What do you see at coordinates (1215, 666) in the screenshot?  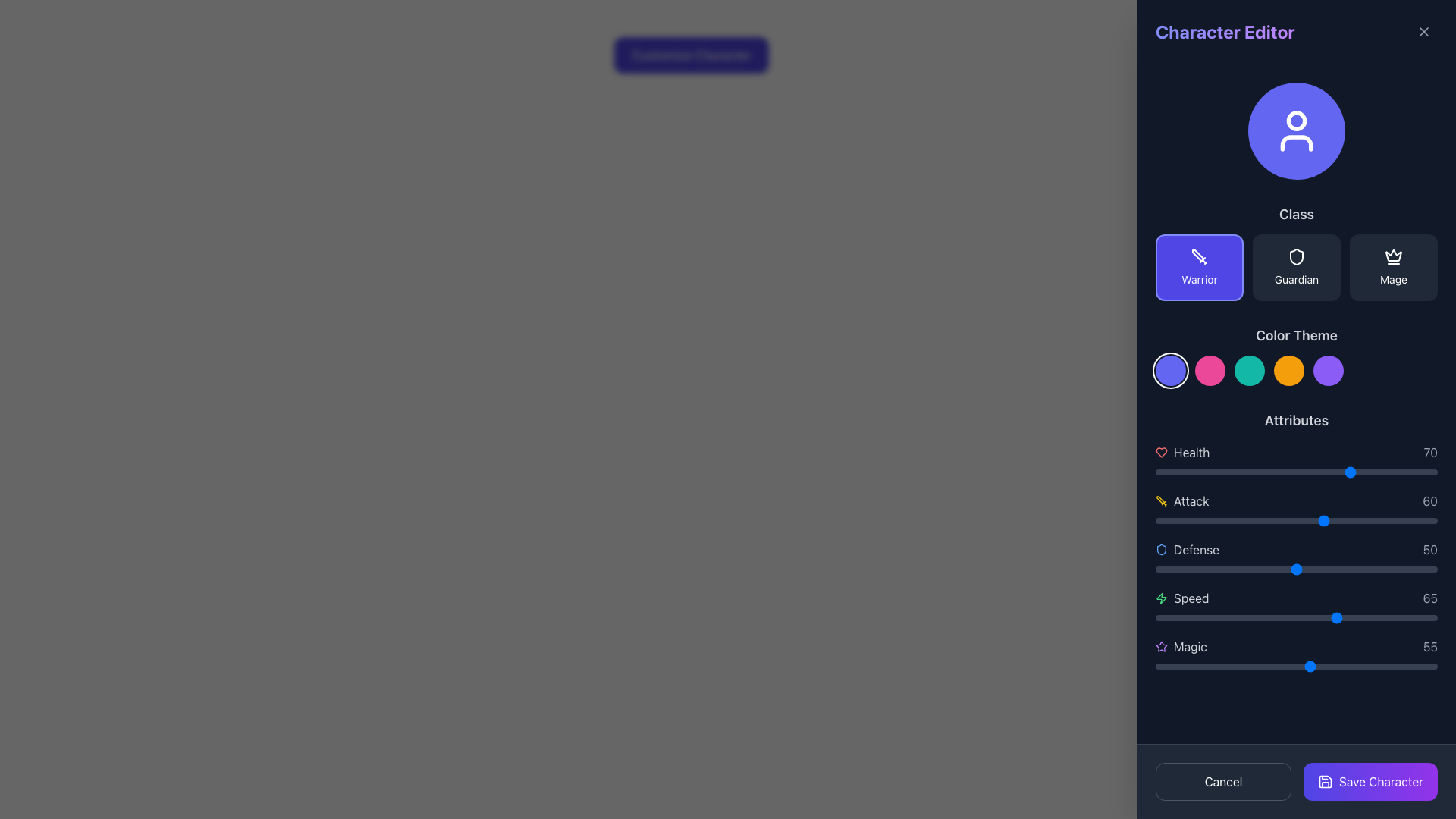 I see `the magic attribute` at bounding box center [1215, 666].